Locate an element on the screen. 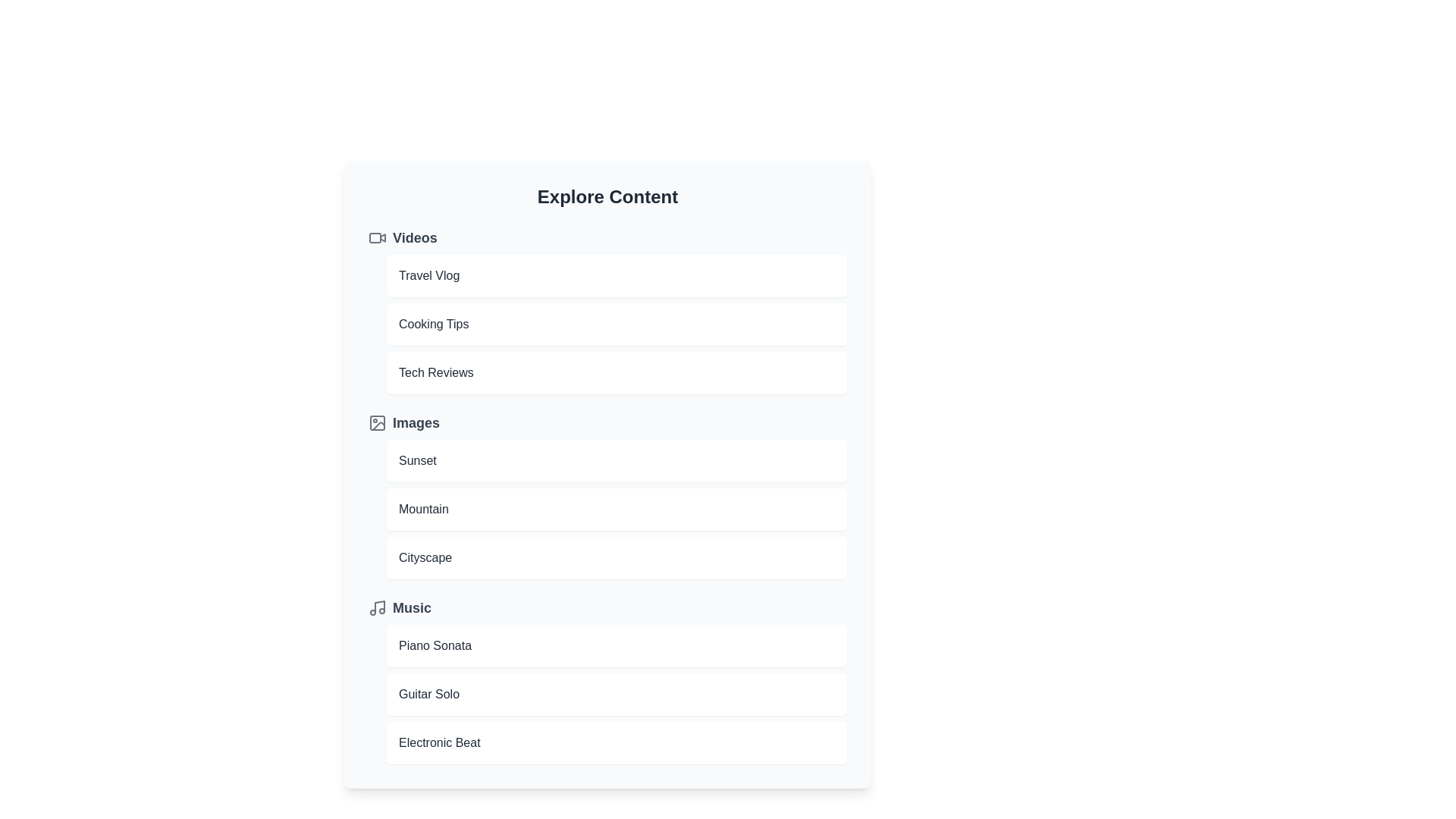 The image size is (1456, 819). the category Music to toggle its visibility is located at coordinates (607, 607).